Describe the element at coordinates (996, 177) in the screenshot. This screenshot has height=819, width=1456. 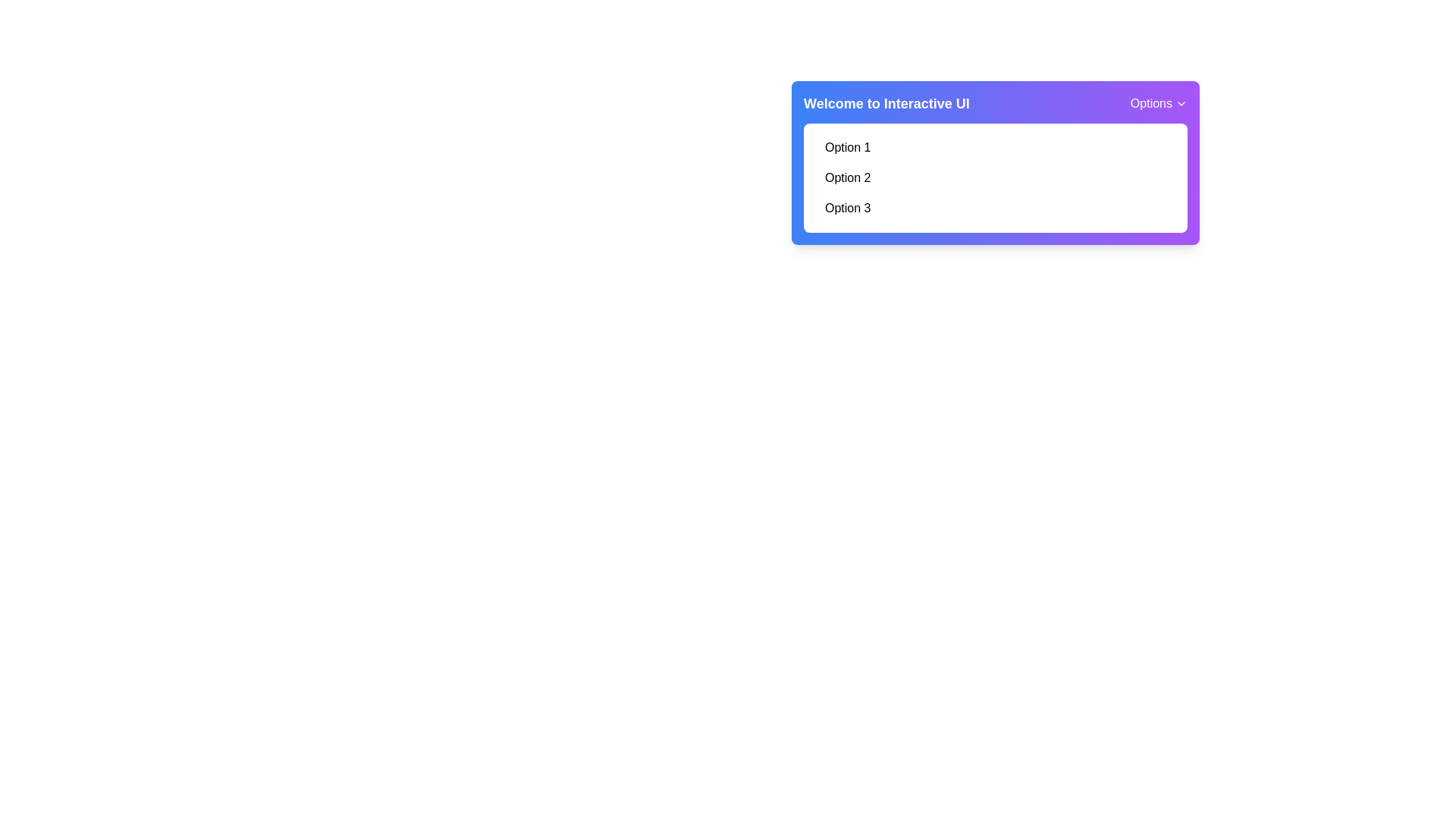
I see `the dropdown menu containing three options labeled 'Option 1', 'Option 2', and 'Option 3'` at that location.